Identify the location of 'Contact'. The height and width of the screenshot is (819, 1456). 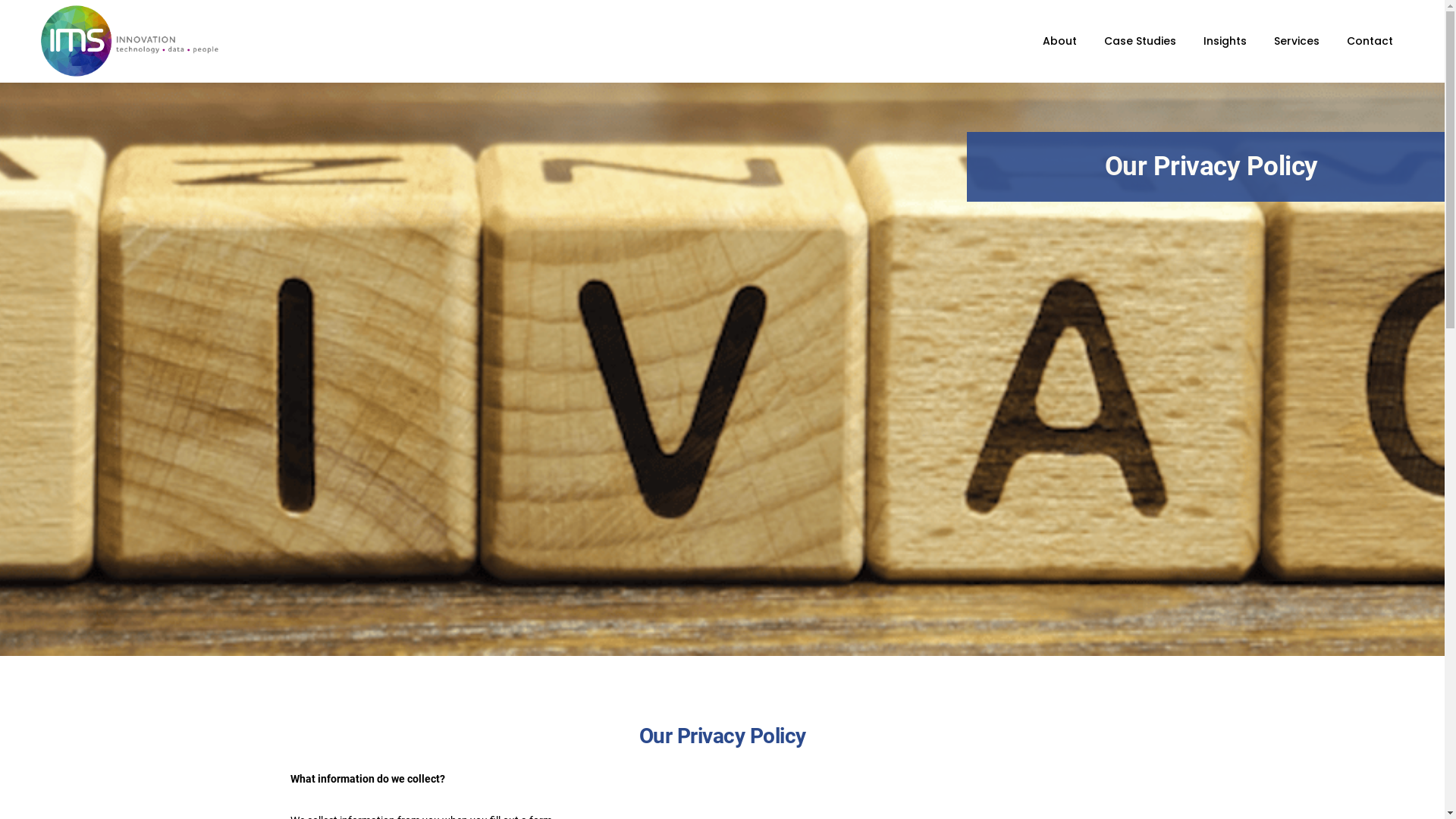
(1347, 40).